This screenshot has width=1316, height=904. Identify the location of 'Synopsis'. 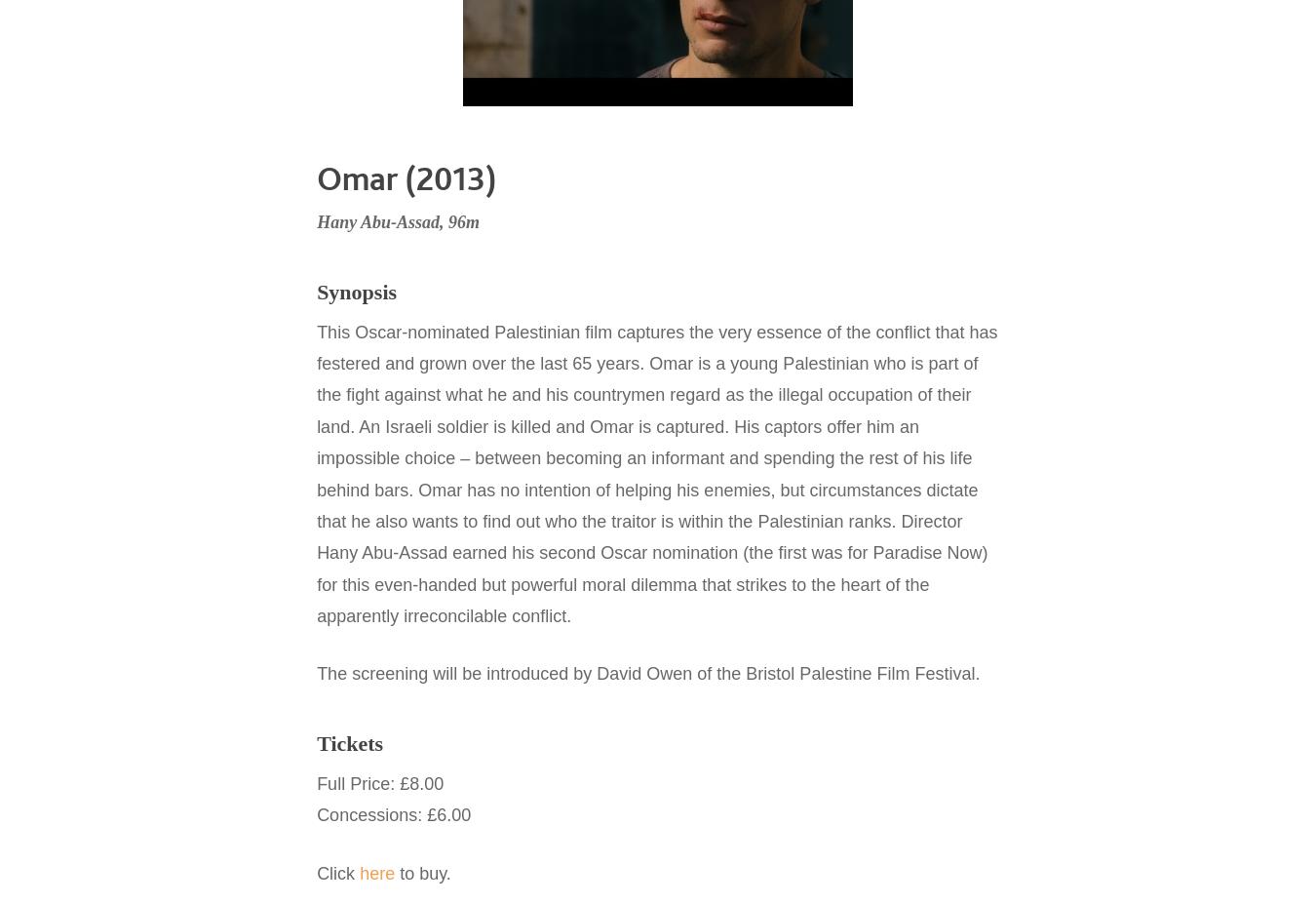
(356, 291).